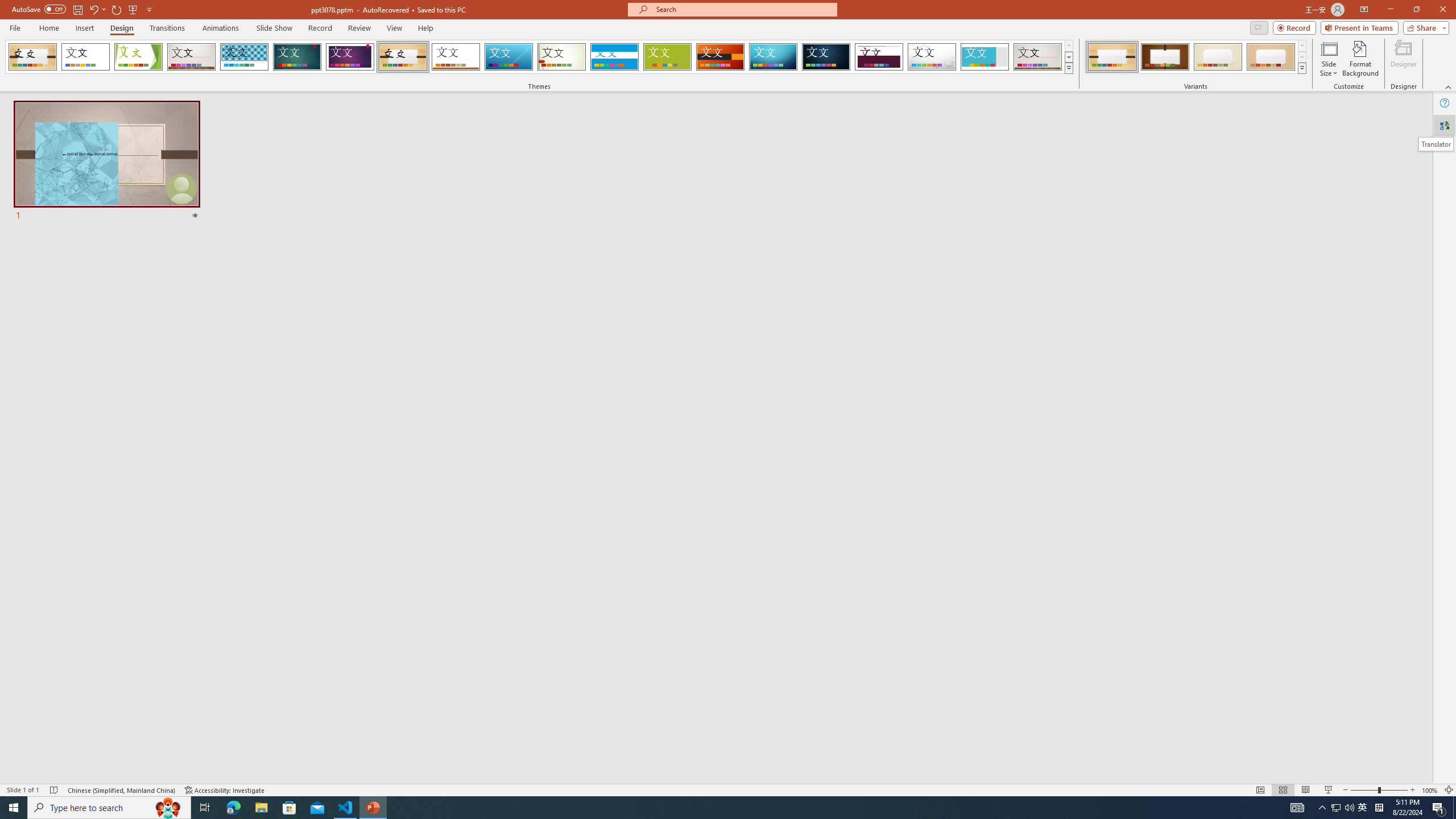  I want to click on 'Row Down', so click(1301, 56).